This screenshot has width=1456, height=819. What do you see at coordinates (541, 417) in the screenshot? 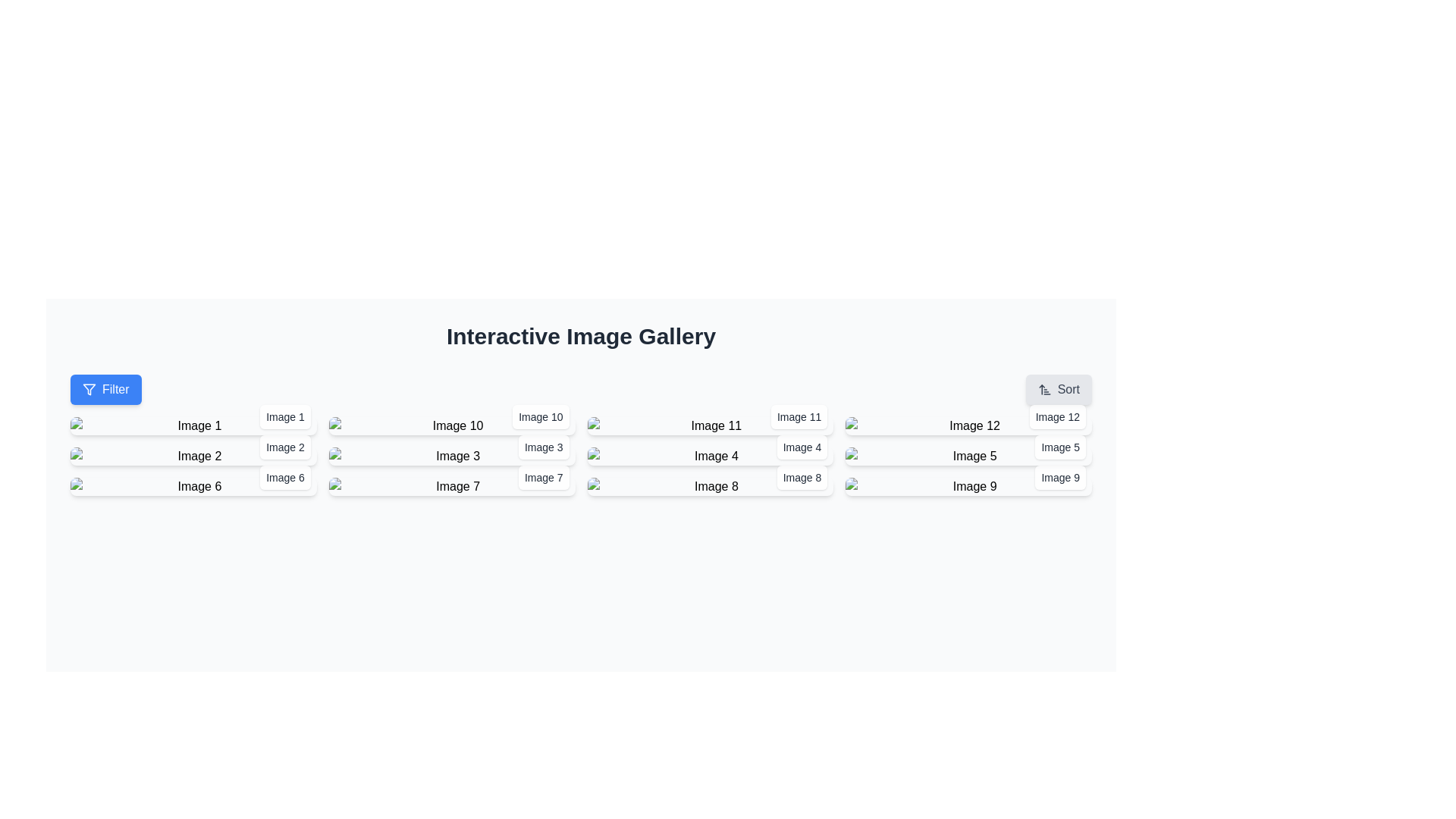
I see `the static text label displaying 'Image 10', which is styled in gray color and located at the bottom-right corner of the image box in the second row and second column of the grid` at bounding box center [541, 417].